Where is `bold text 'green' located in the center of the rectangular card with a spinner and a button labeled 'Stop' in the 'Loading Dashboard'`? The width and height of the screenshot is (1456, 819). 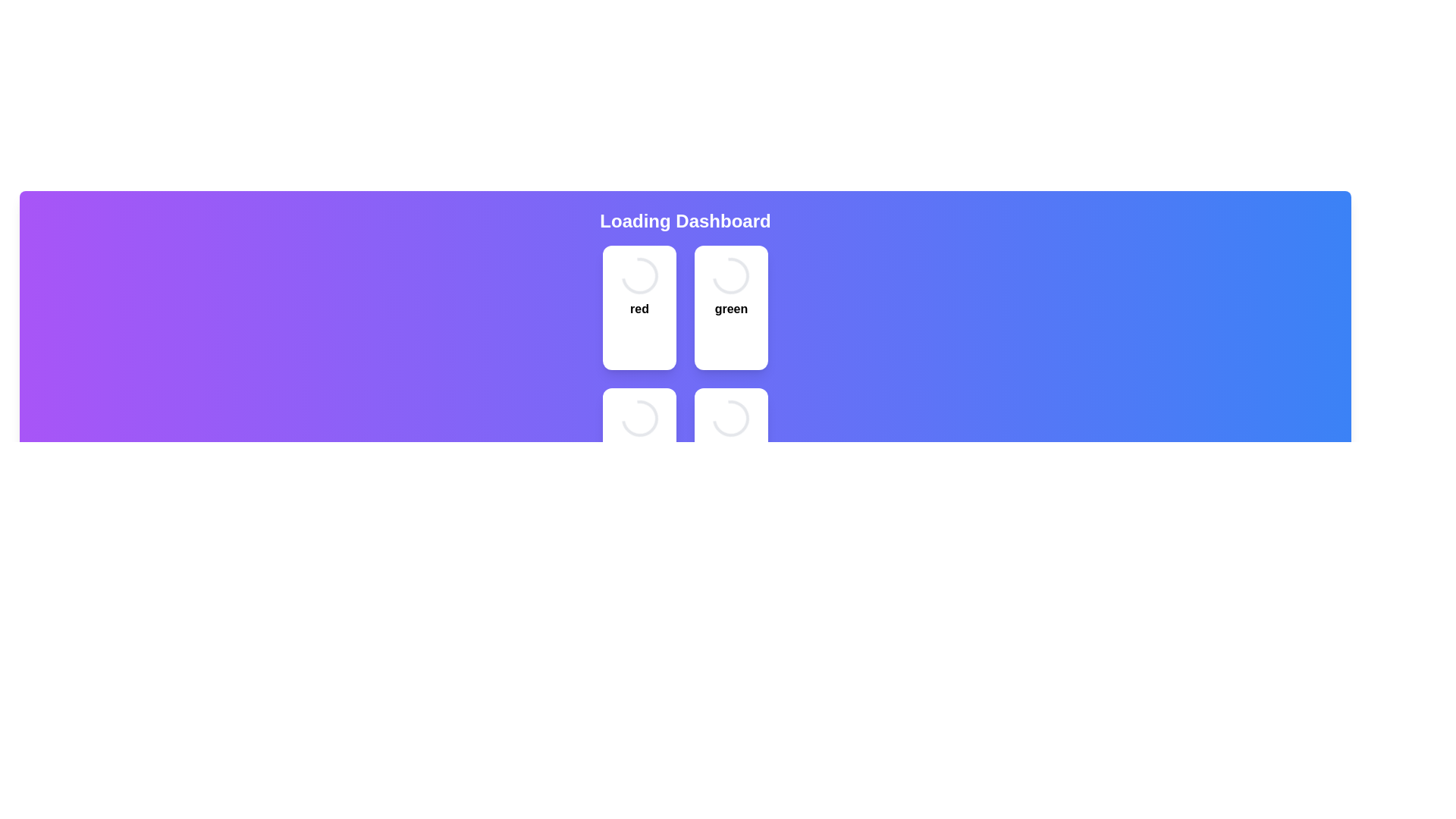
bold text 'green' located in the center of the rectangular card with a spinner and a button labeled 'Stop' in the 'Loading Dashboard' is located at coordinates (731, 307).